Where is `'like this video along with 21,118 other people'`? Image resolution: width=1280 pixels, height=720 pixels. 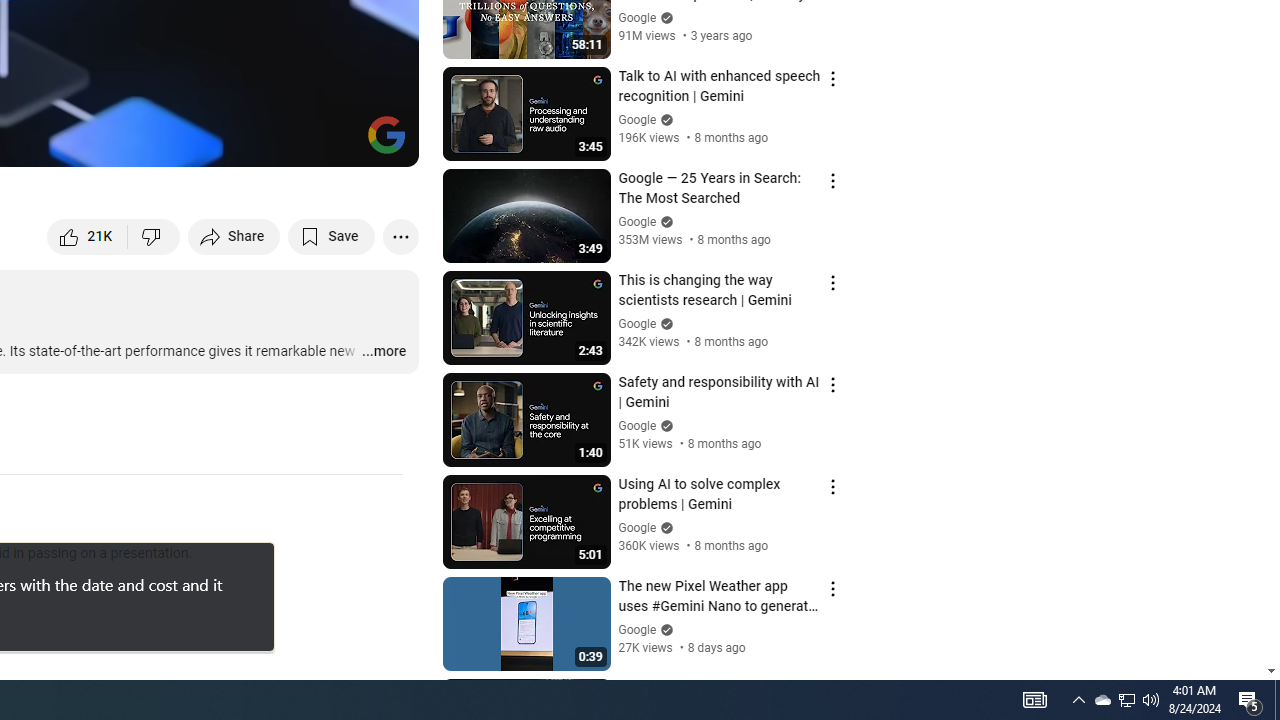 'like this video along with 21,118 other people' is located at coordinates (87, 235).